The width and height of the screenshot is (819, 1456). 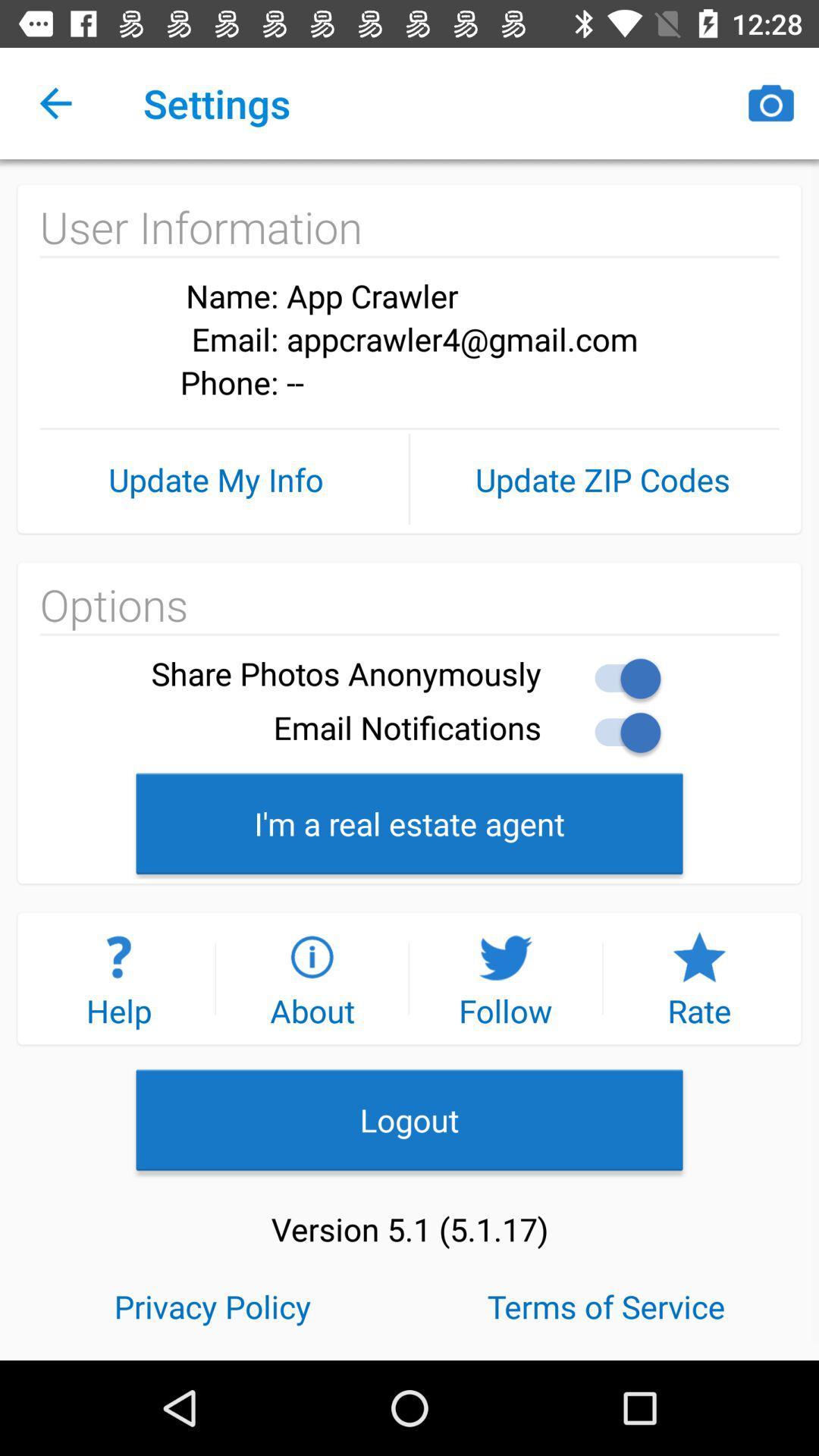 What do you see at coordinates (55, 102) in the screenshot?
I see `the icon next to settings item` at bounding box center [55, 102].